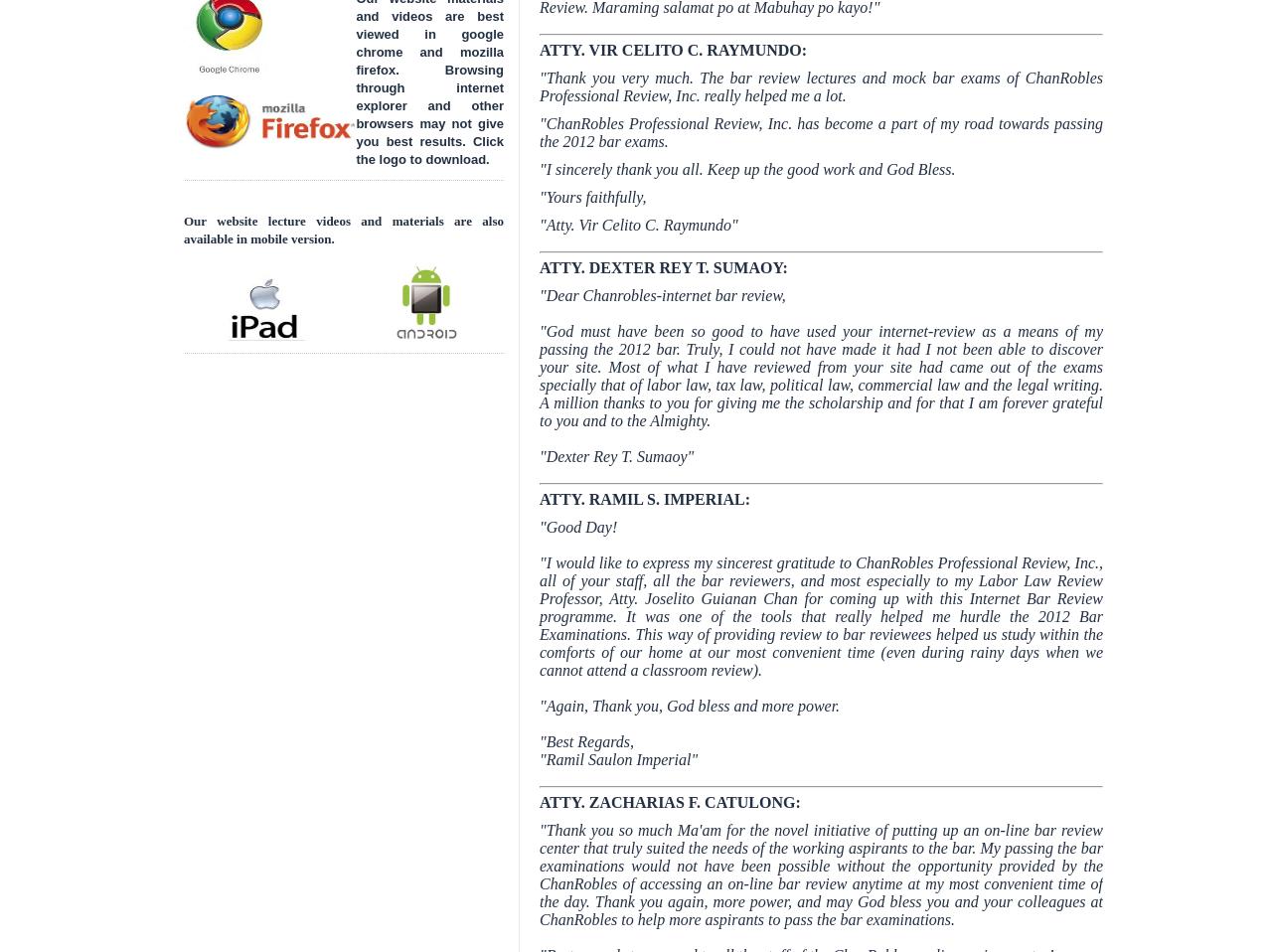  Describe the element at coordinates (670, 801) in the screenshot. I see `'ATTY. ZACHARIAS F. CATULONG:'` at that location.